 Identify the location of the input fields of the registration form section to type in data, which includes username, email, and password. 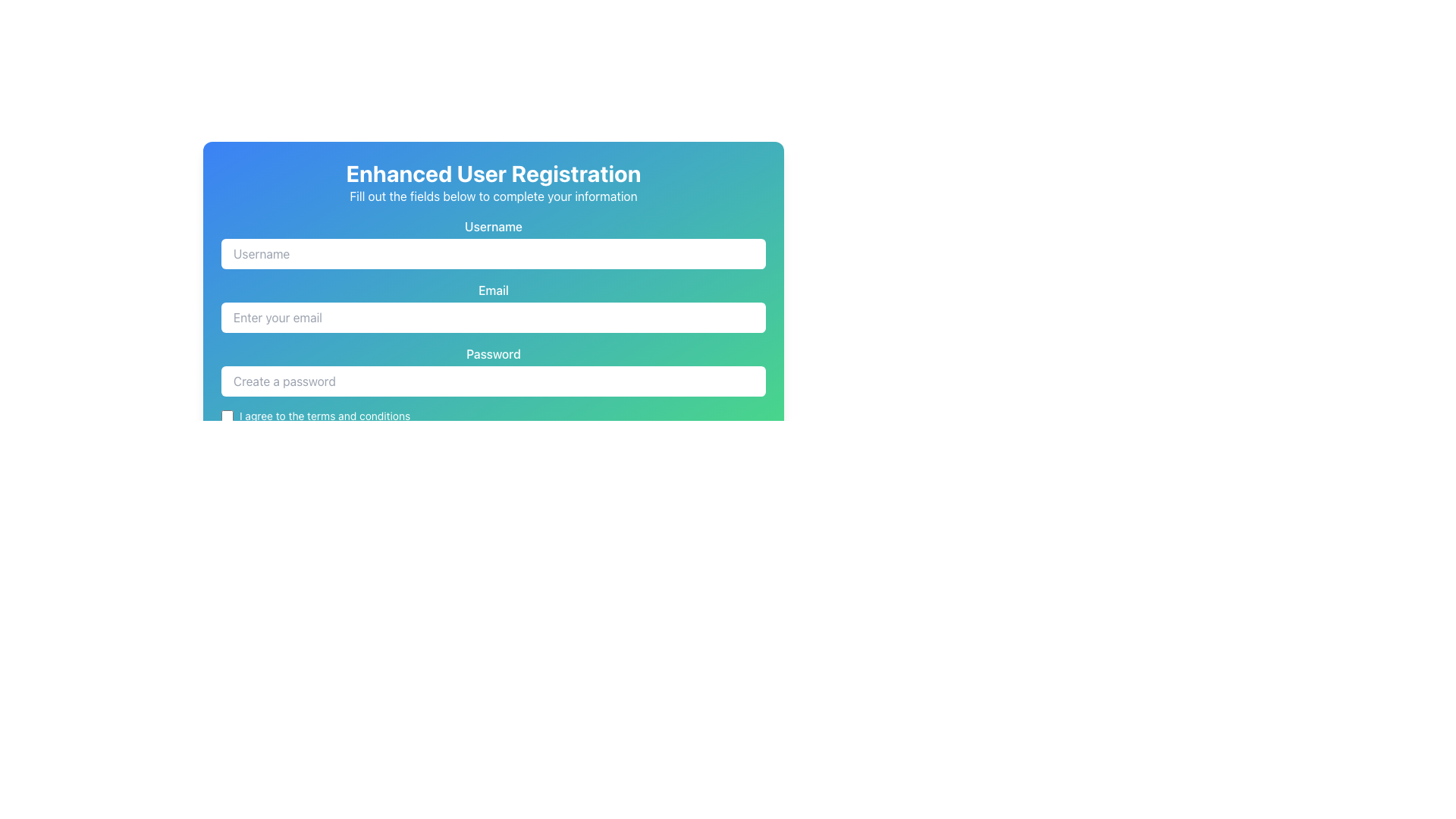
(494, 342).